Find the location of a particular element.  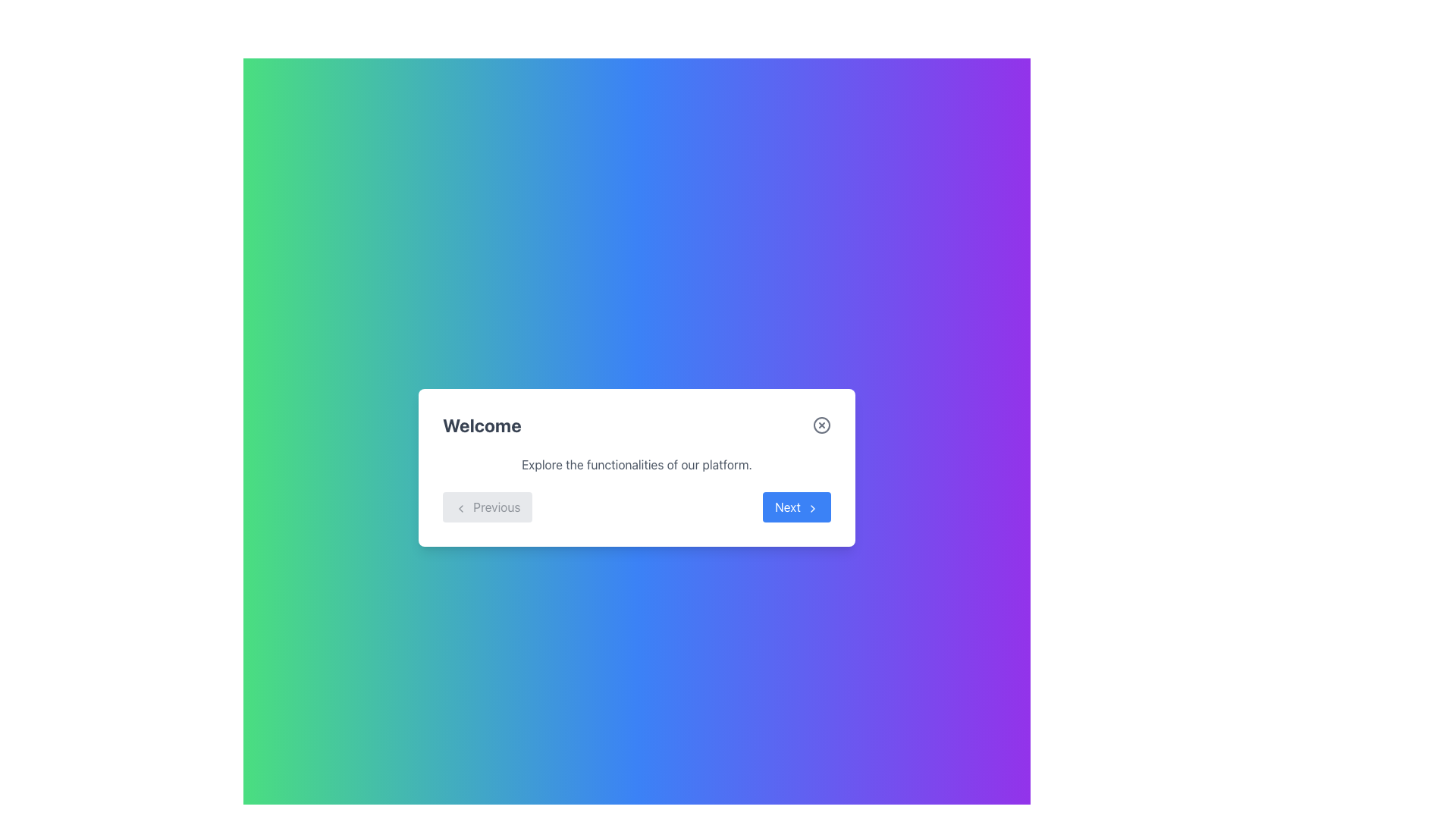

the informational text element located in the modal box beneath the title 'Welcome' and above the 'Previous' and 'Next' navigation buttons is located at coordinates (637, 464).